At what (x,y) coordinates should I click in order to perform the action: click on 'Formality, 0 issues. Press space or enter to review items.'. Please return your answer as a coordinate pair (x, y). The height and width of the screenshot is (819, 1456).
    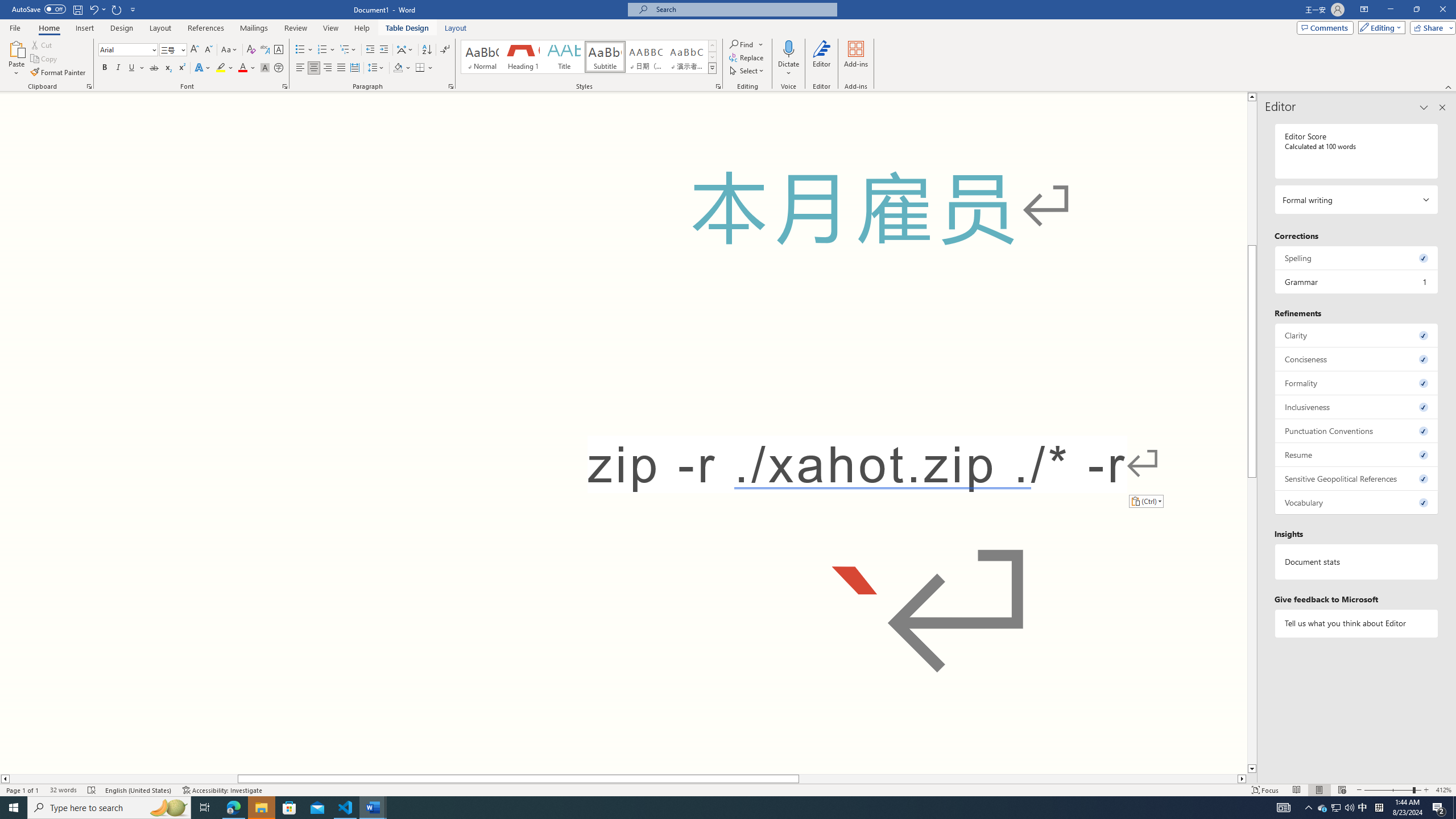
    Looking at the image, I should click on (1356, 383).